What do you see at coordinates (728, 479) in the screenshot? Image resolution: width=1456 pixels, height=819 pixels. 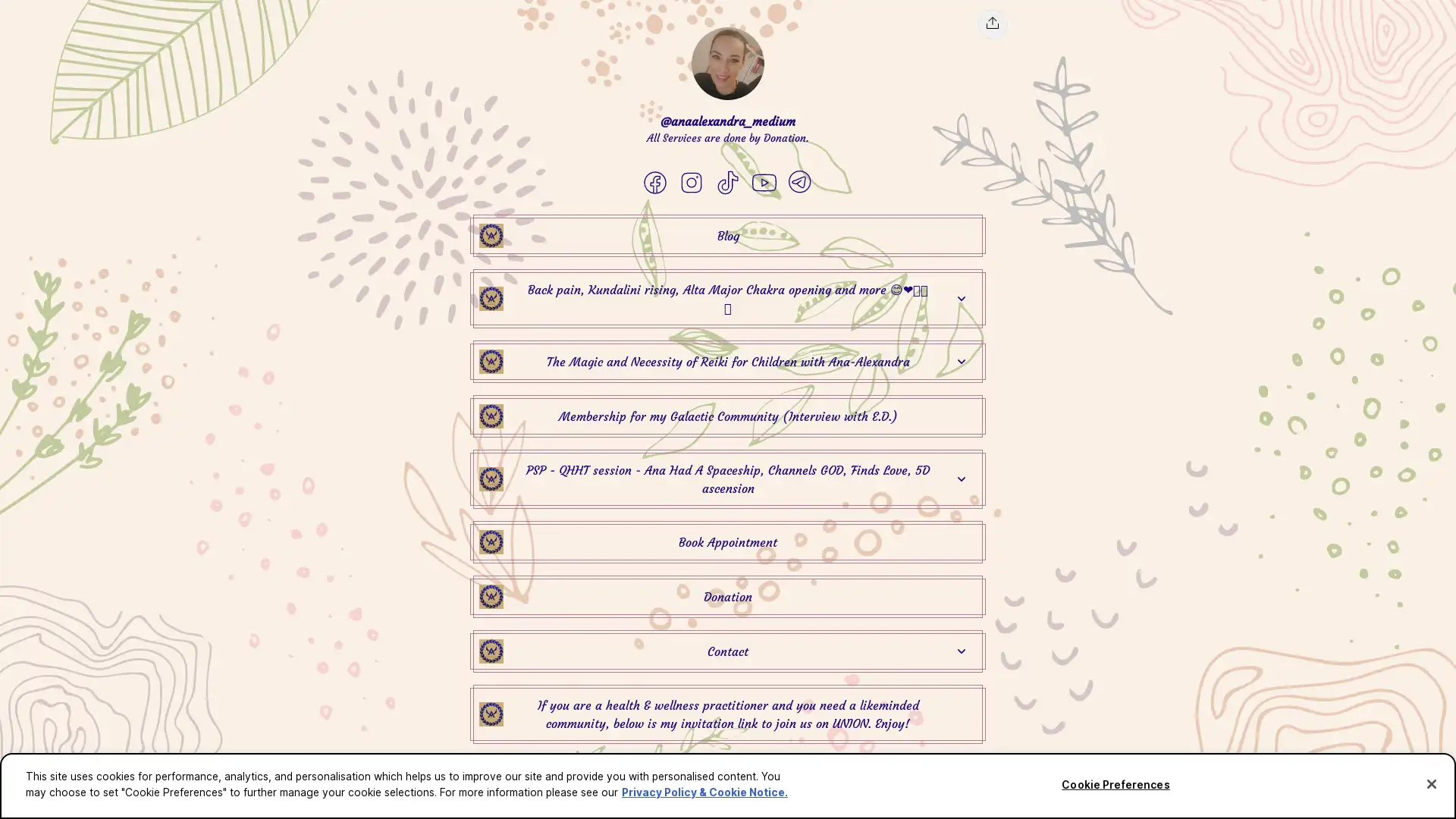 I see `@anaalexandra_medium PSP - QHHT session - Ana Had A Spaceship, Channels GOD, Finds Love, 5D ascension Link Thumbnail | Linktree PSP - QHHT session - Ana Had A Spaceship, Channels GOD, Finds Love, 5D ascension Expand` at bounding box center [728, 479].